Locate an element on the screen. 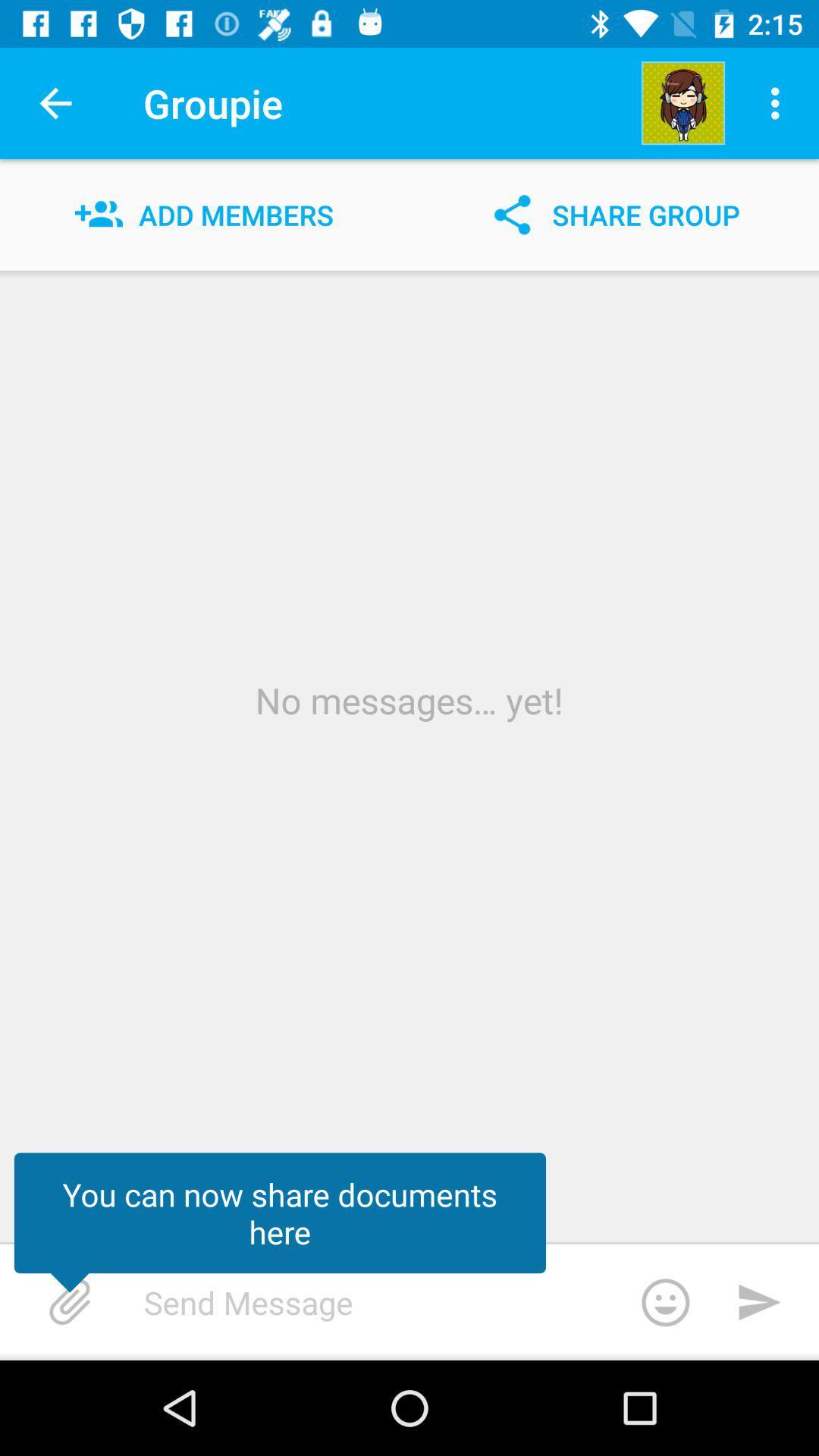 The image size is (819, 1456). type a message is located at coordinates (428, 1301).